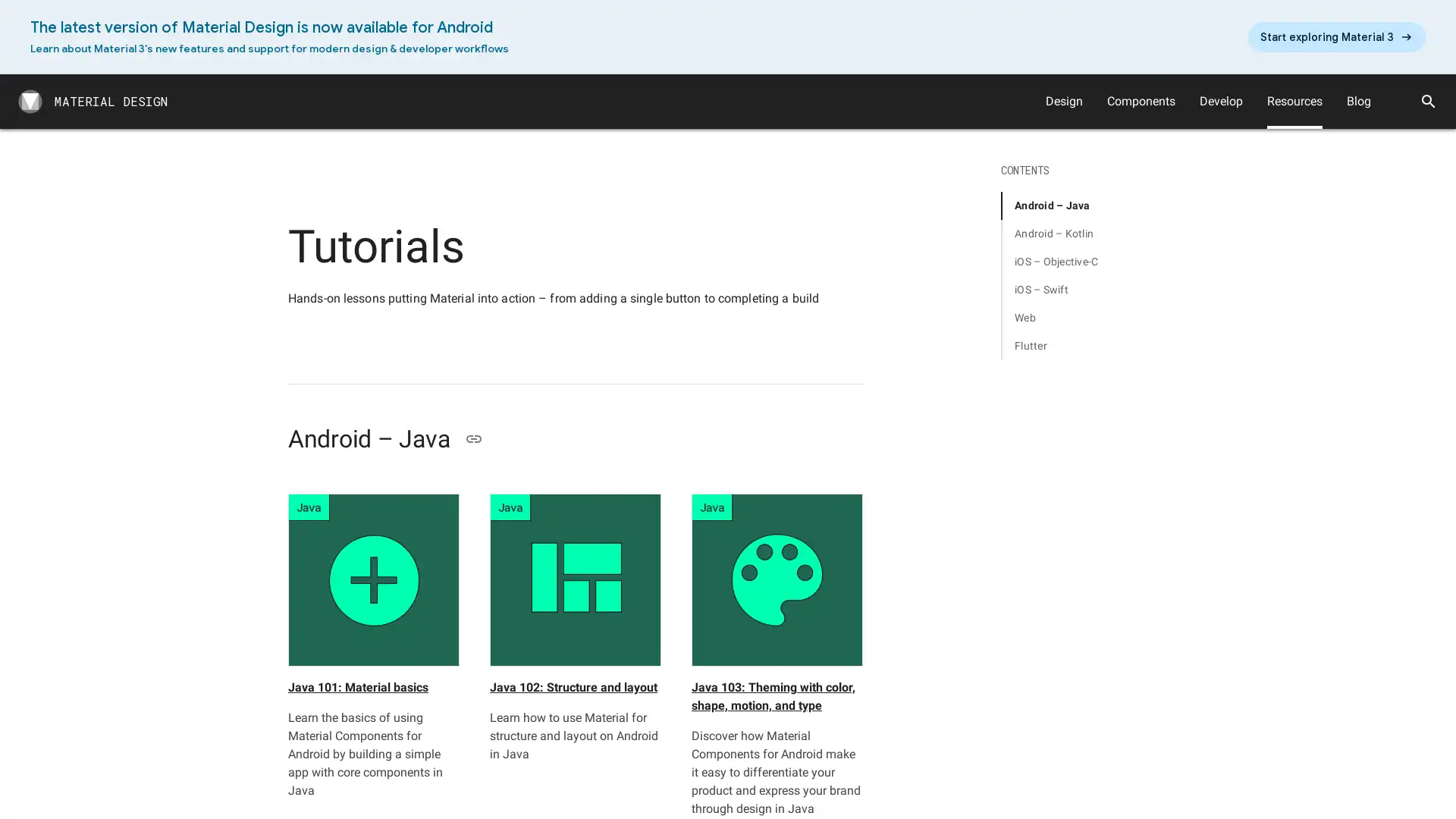 The height and width of the screenshot is (819, 1456). I want to click on arrow_right_alt, so click(1336, 36).